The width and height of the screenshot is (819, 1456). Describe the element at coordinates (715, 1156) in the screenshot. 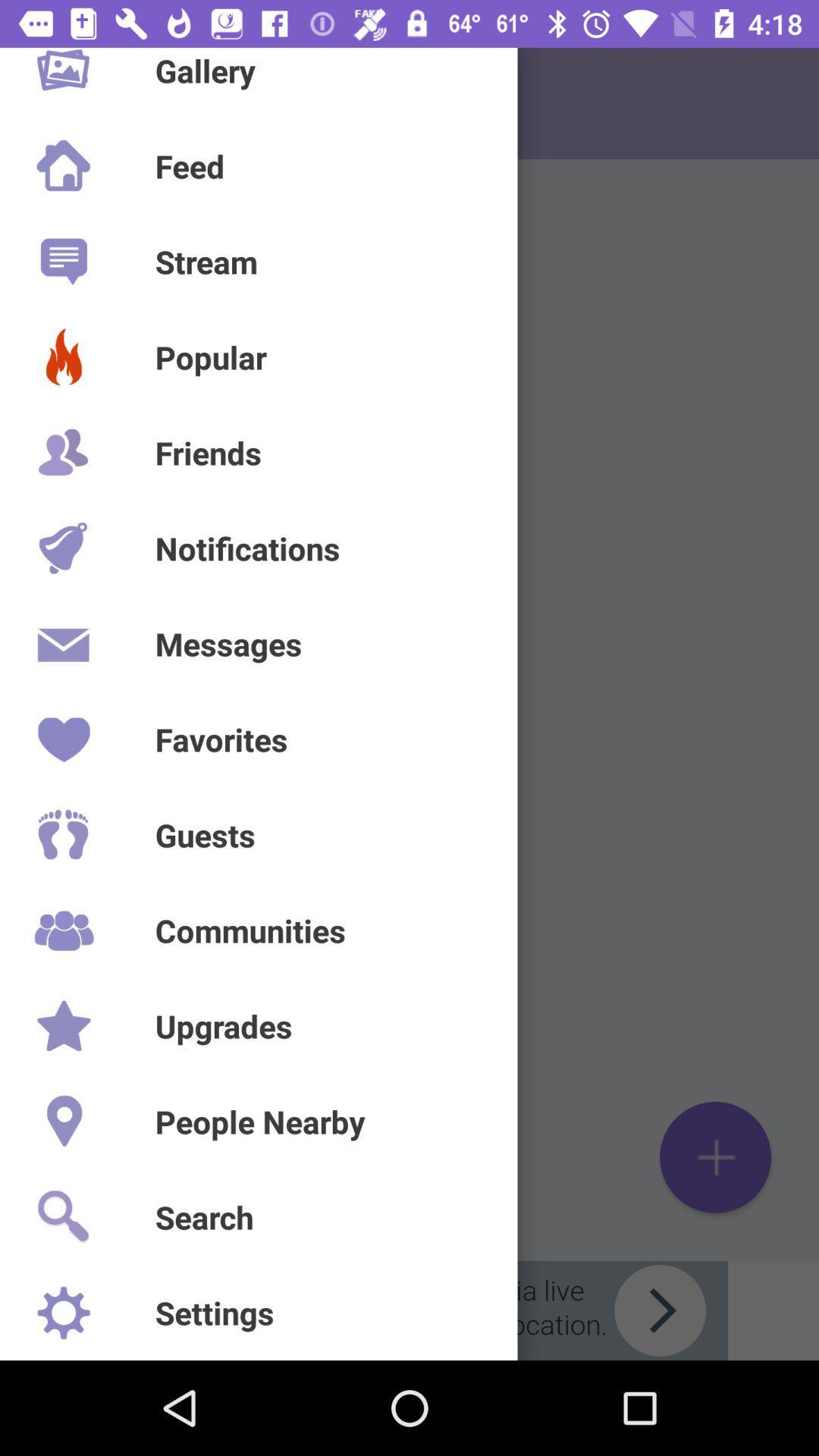

I see `the add icon` at that location.